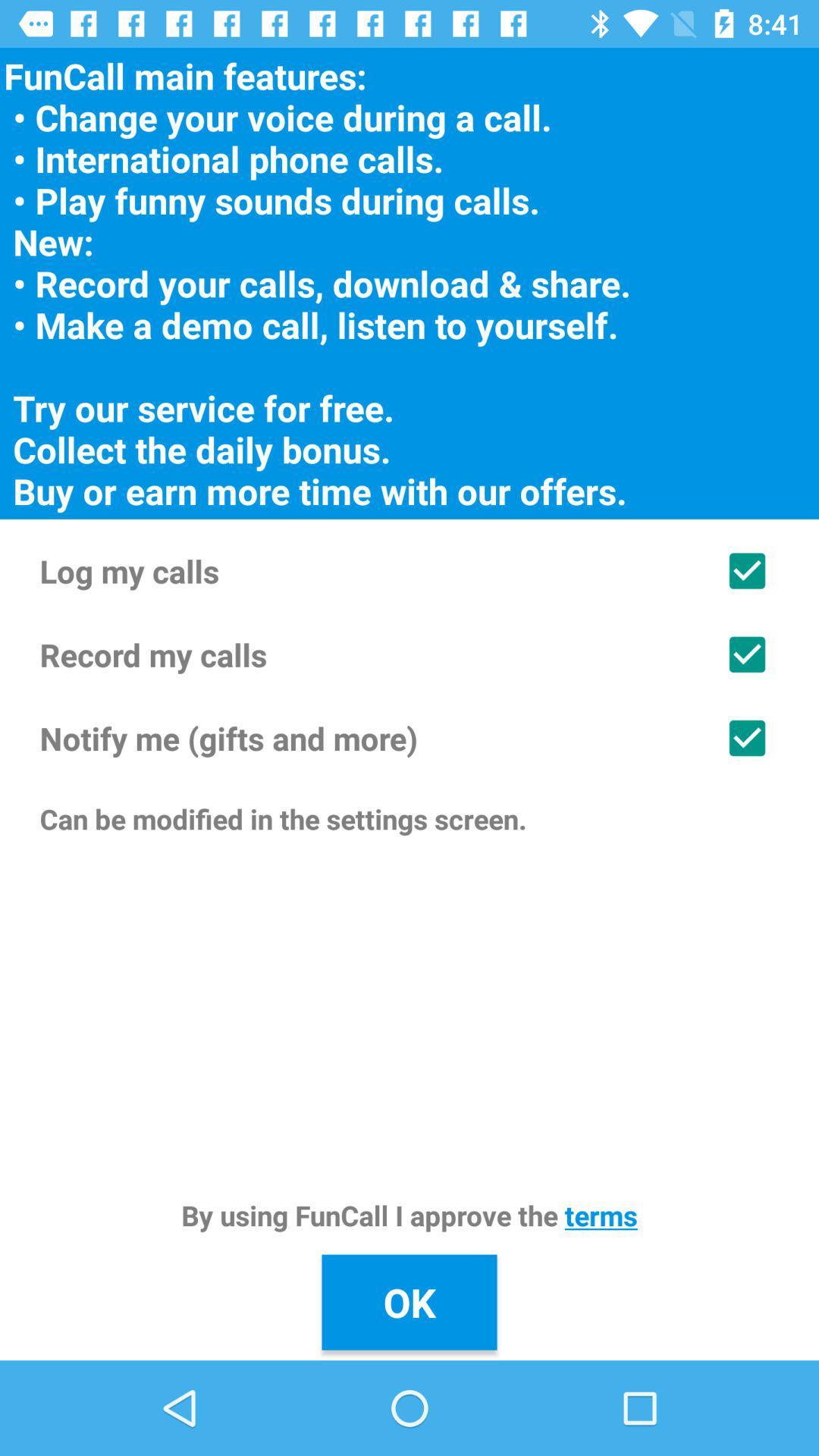 This screenshot has height=1456, width=819. I want to click on ok icon, so click(409, 1301).